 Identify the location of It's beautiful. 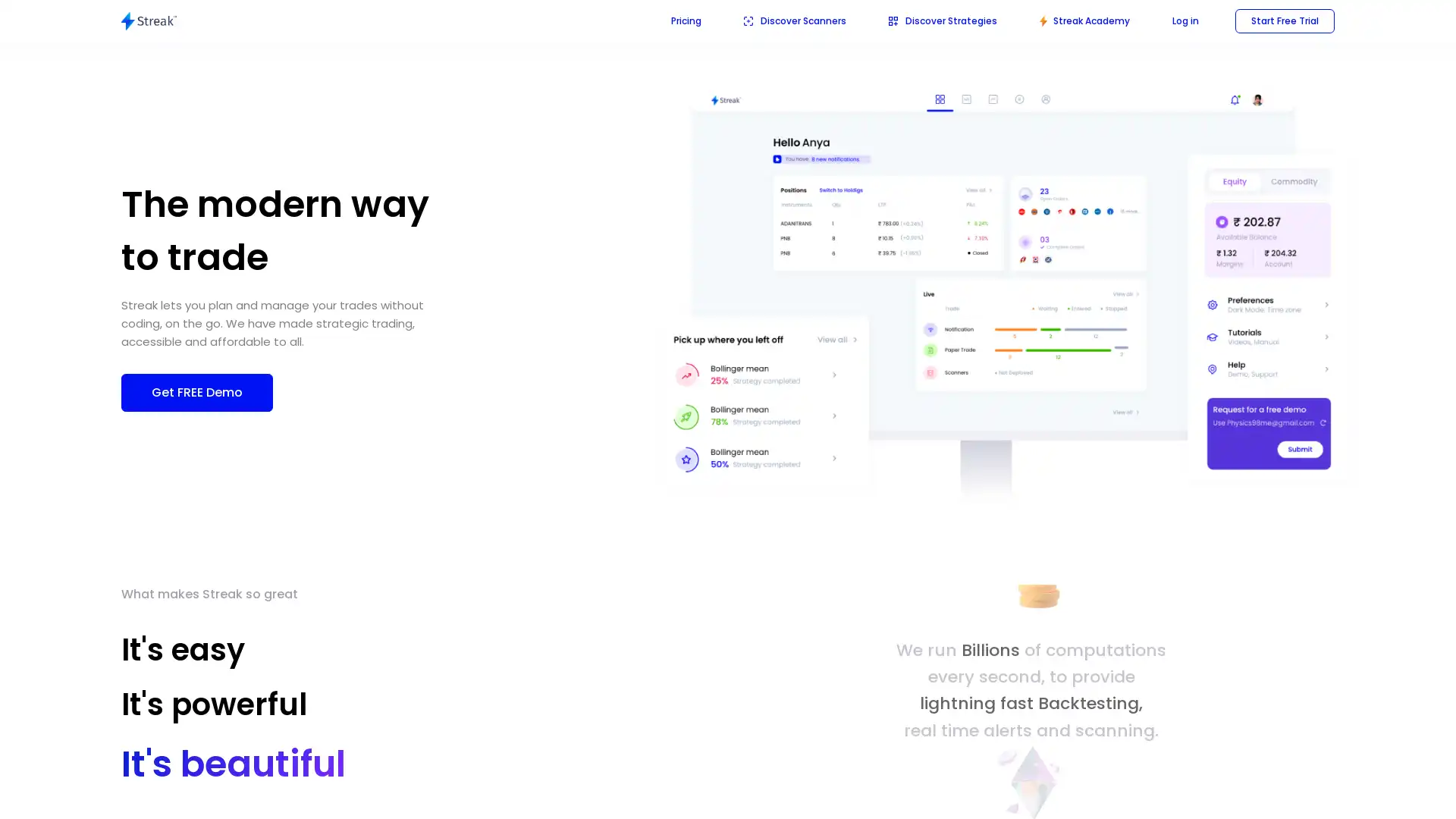
(215, 769).